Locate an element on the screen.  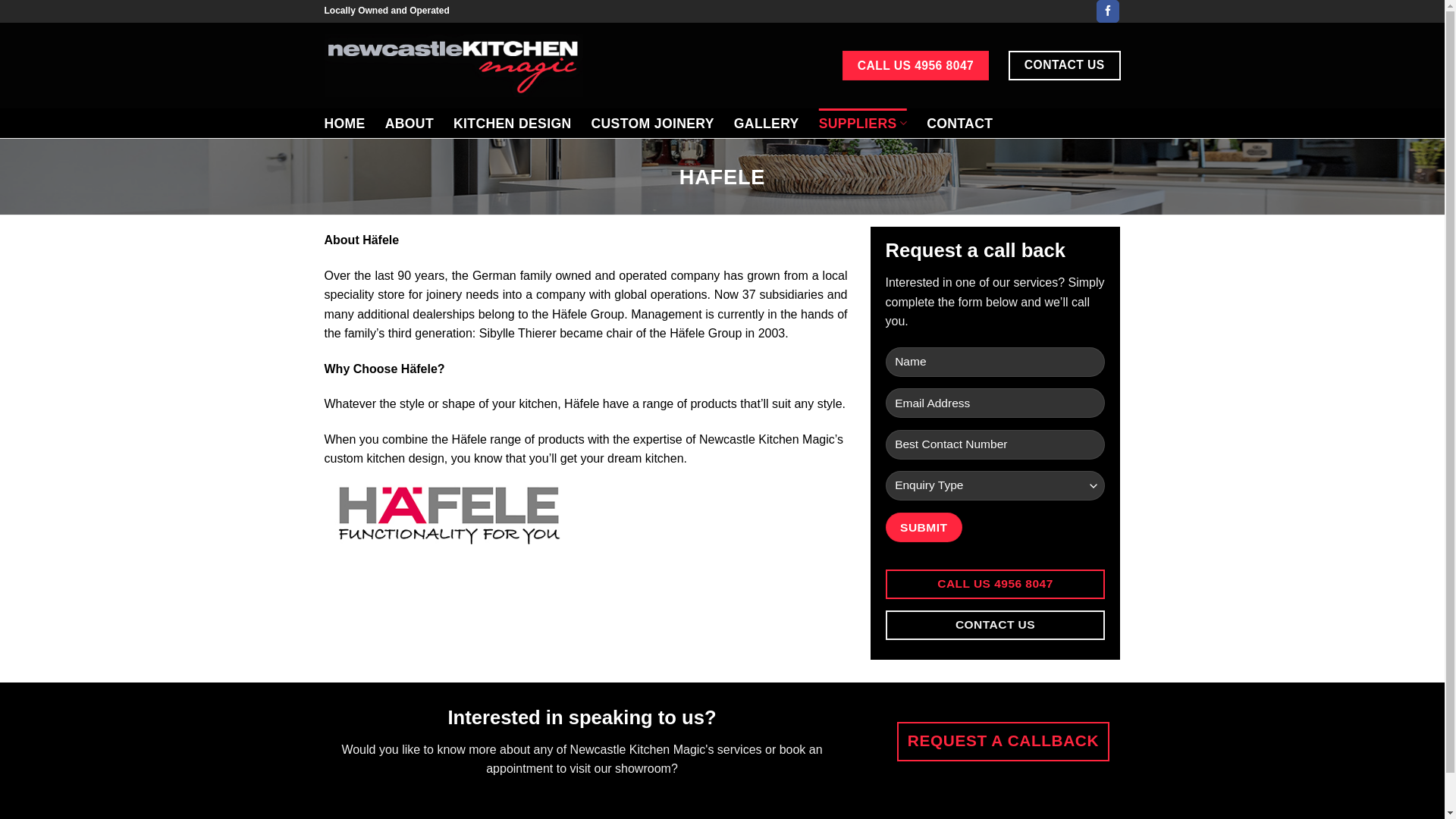
'CUSTOM JOINERY' is located at coordinates (651, 122).